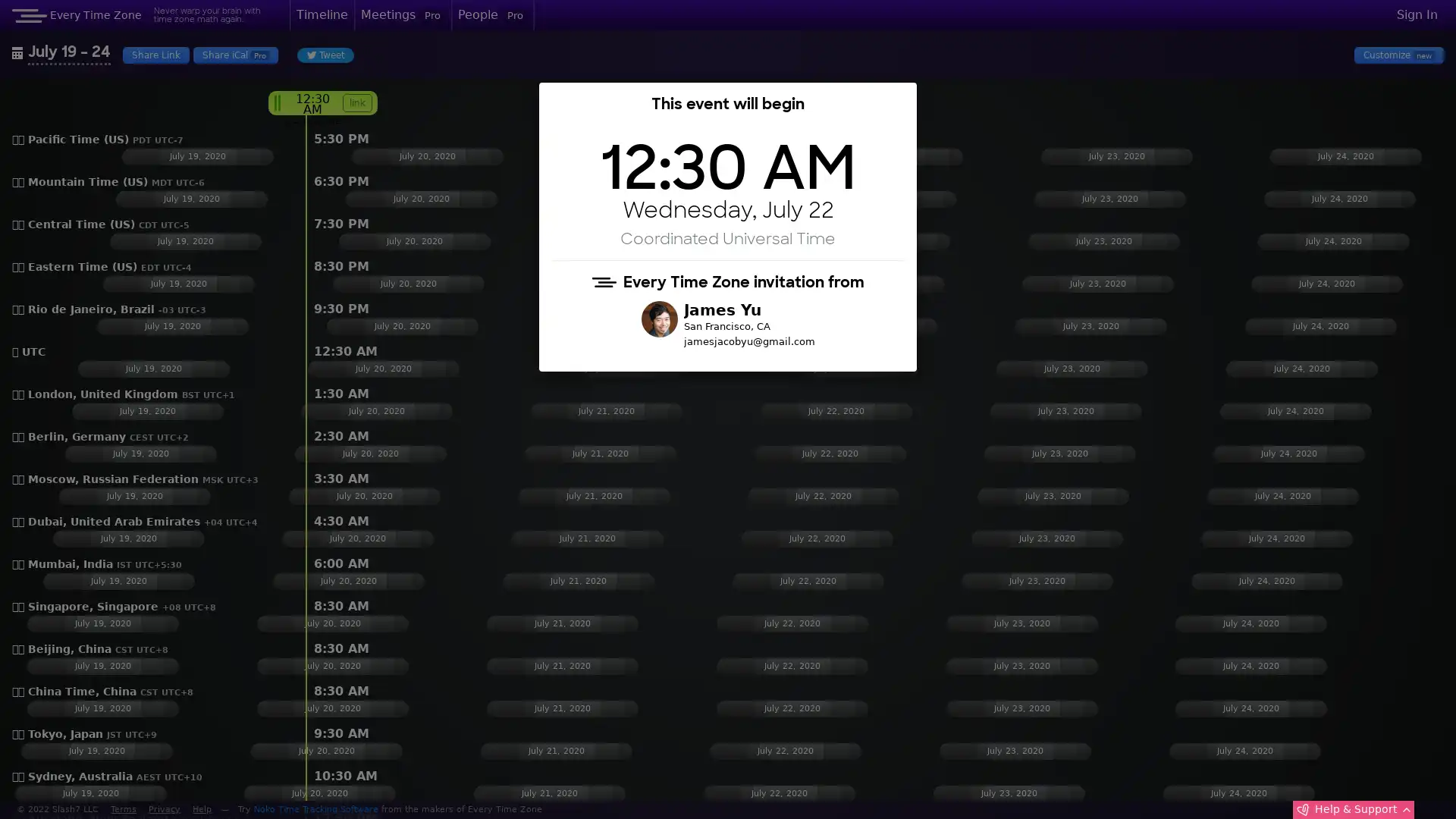 The height and width of the screenshot is (819, 1456). Describe the element at coordinates (234, 54) in the screenshot. I see `Share iCal Pro` at that location.